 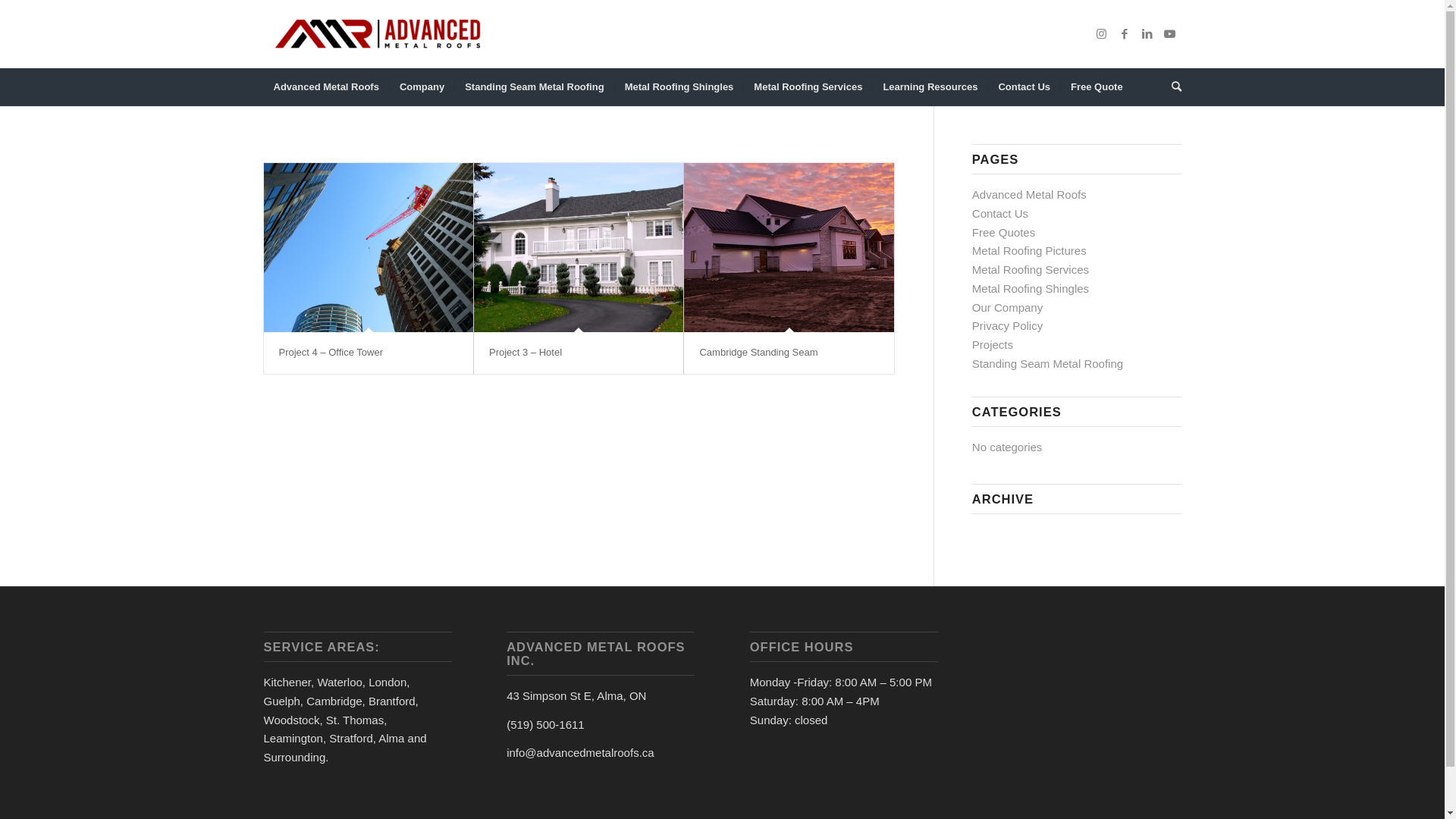 What do you see at coordinates (1135, 34) in the screenshot?
I see `'LinkedIn'` at bounding box center [1135, 34].